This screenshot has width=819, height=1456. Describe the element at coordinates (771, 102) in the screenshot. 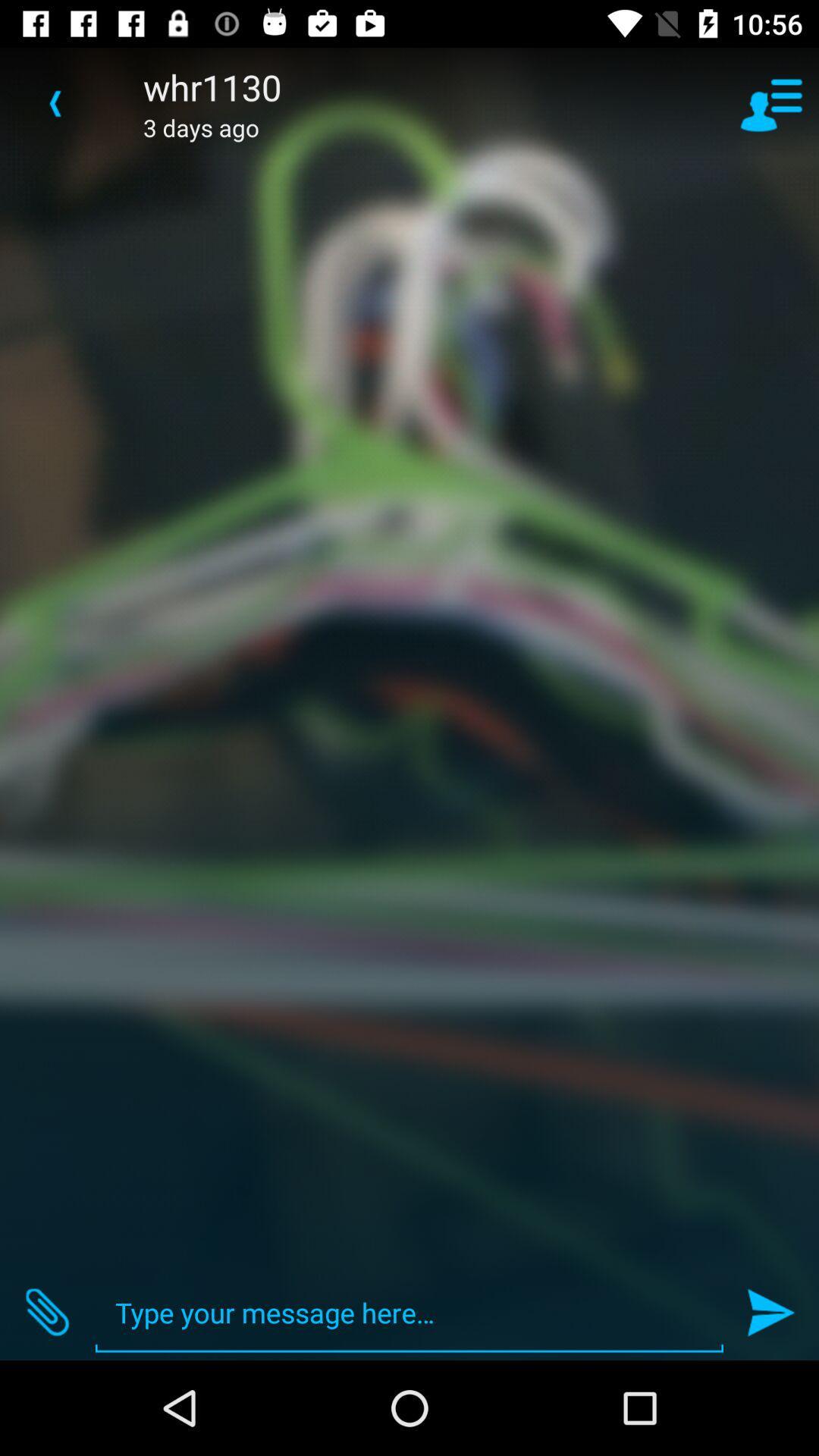

I see `icon next to the whr1130` at that location.